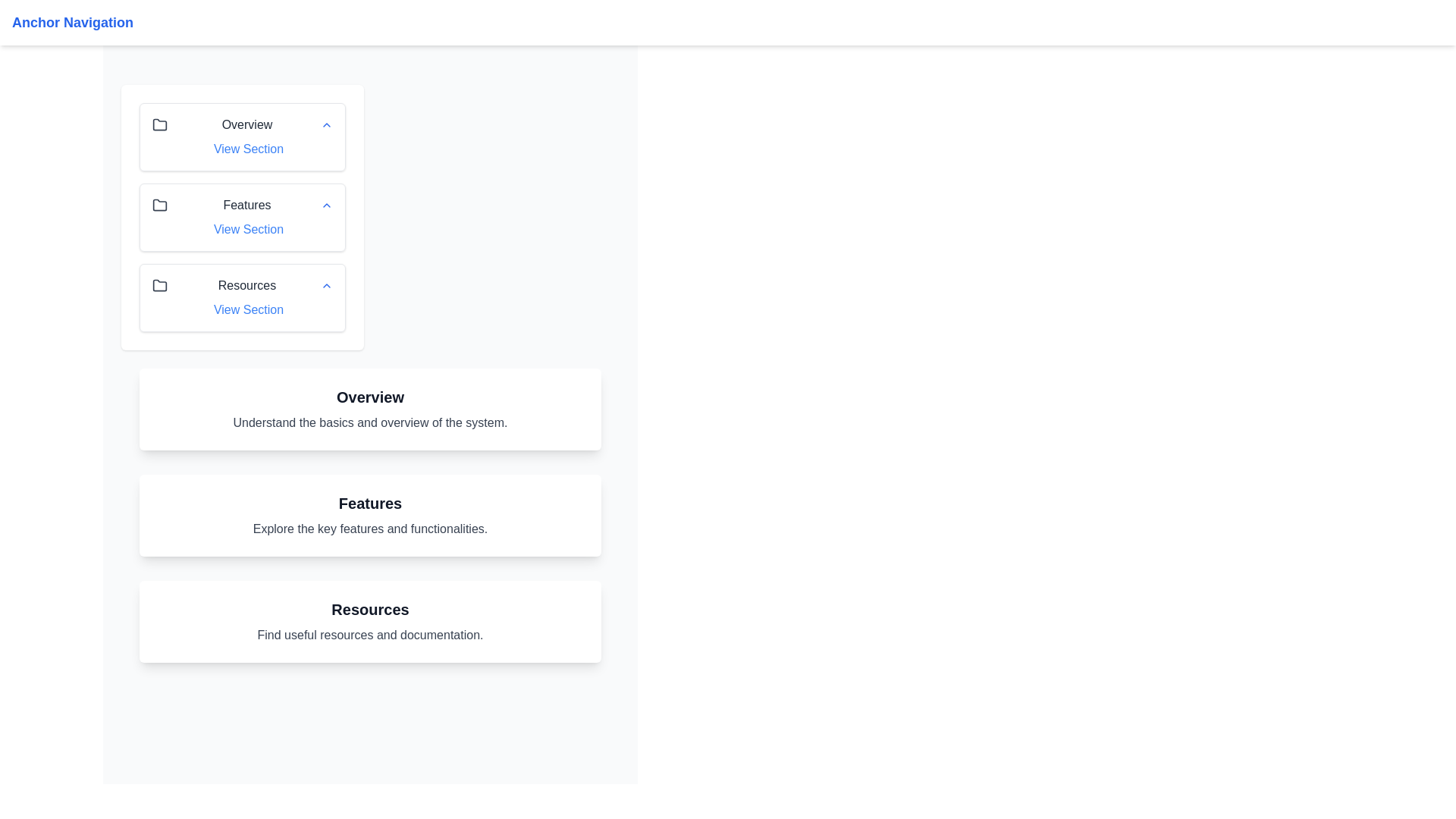 This screenshot has height=819, width=1456. What do you see at coordinates (248, 309) in the screenshot?
I see `the third 'View Section' hyperlink in the vertical navigation list` at bounding box center [248, 309].